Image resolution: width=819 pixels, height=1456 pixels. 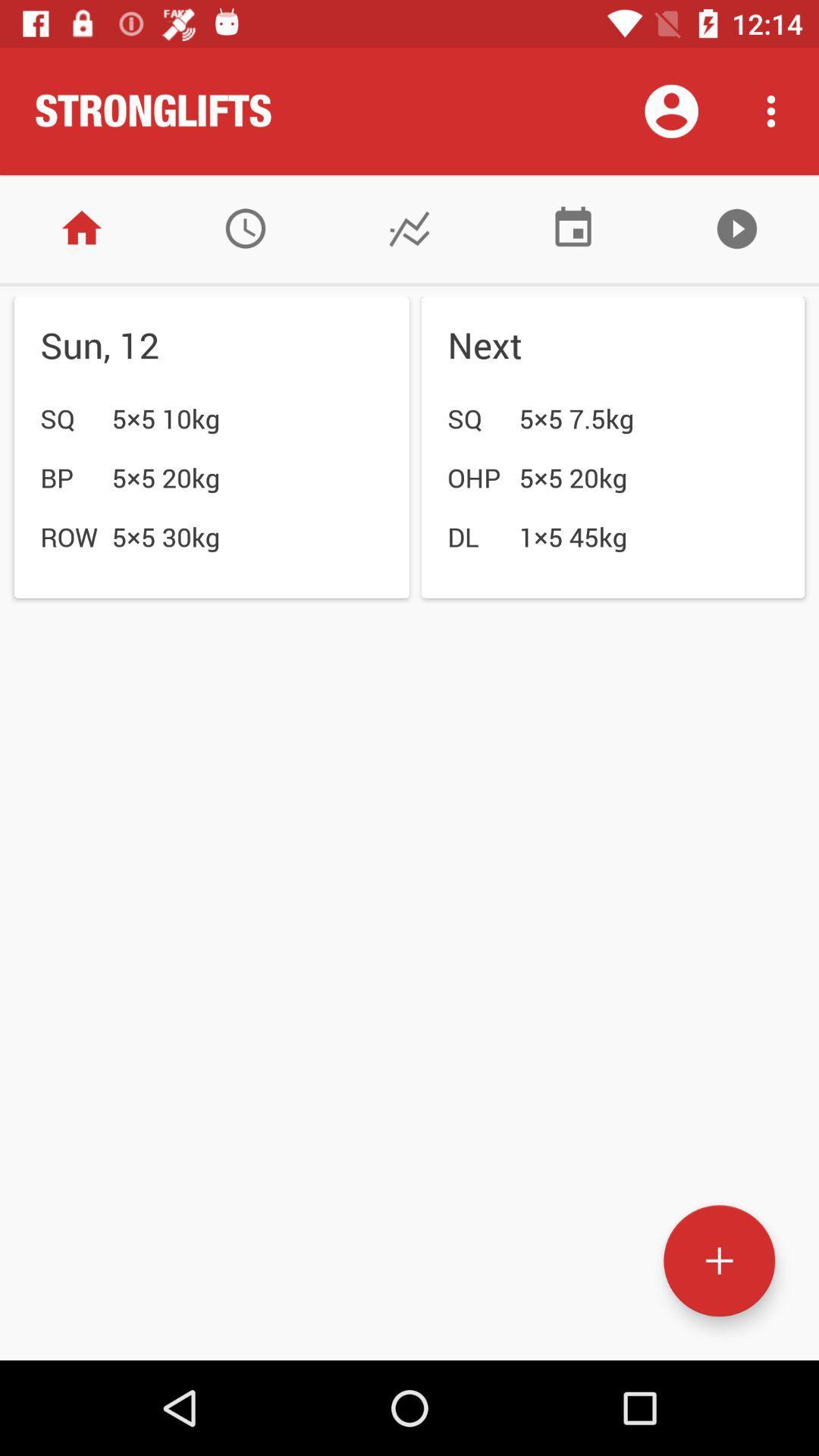 I want to click on workout planner, so click(x=245, y=227).